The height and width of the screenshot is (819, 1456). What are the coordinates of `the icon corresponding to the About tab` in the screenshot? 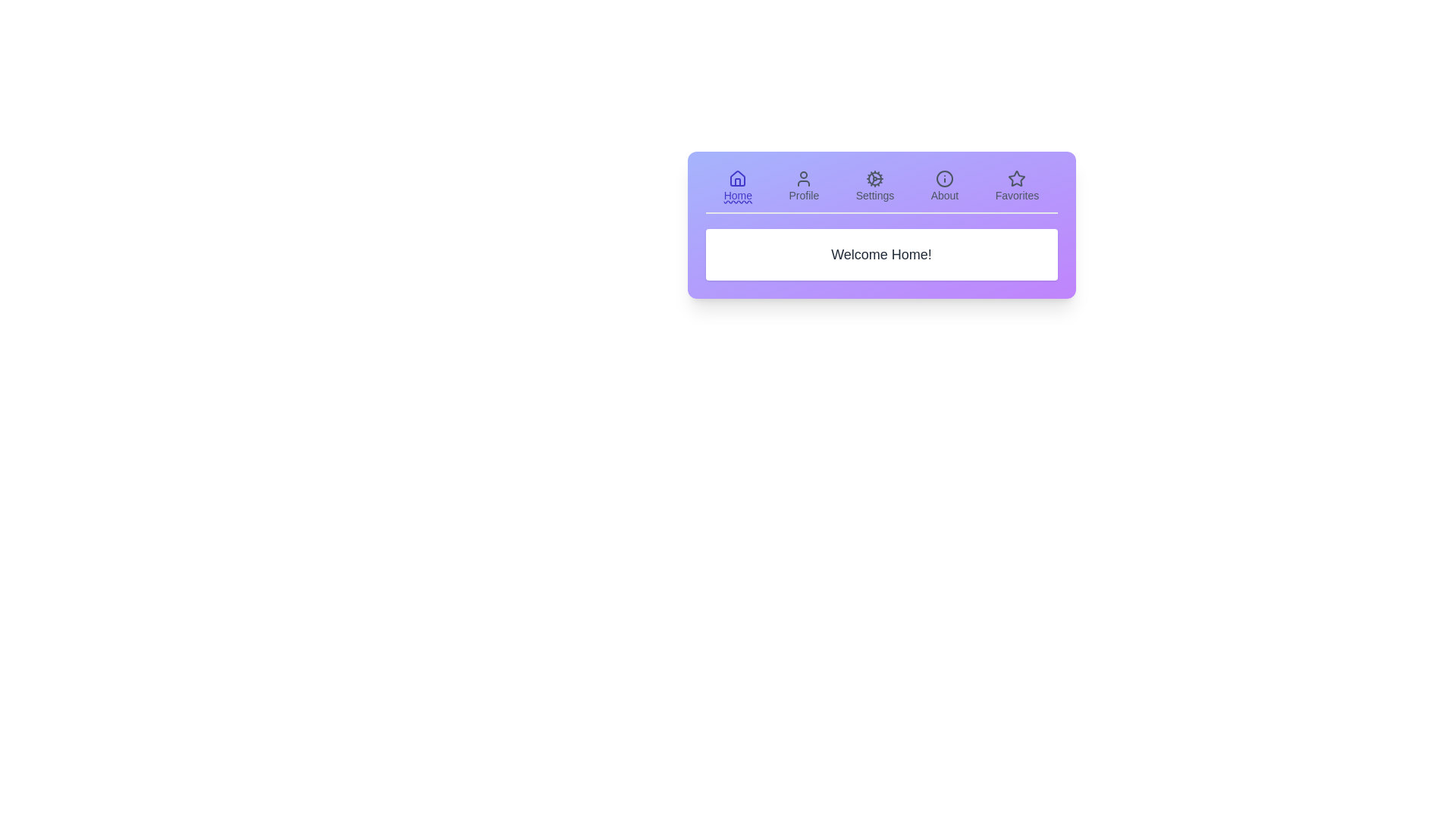 It's located at (943, 186).